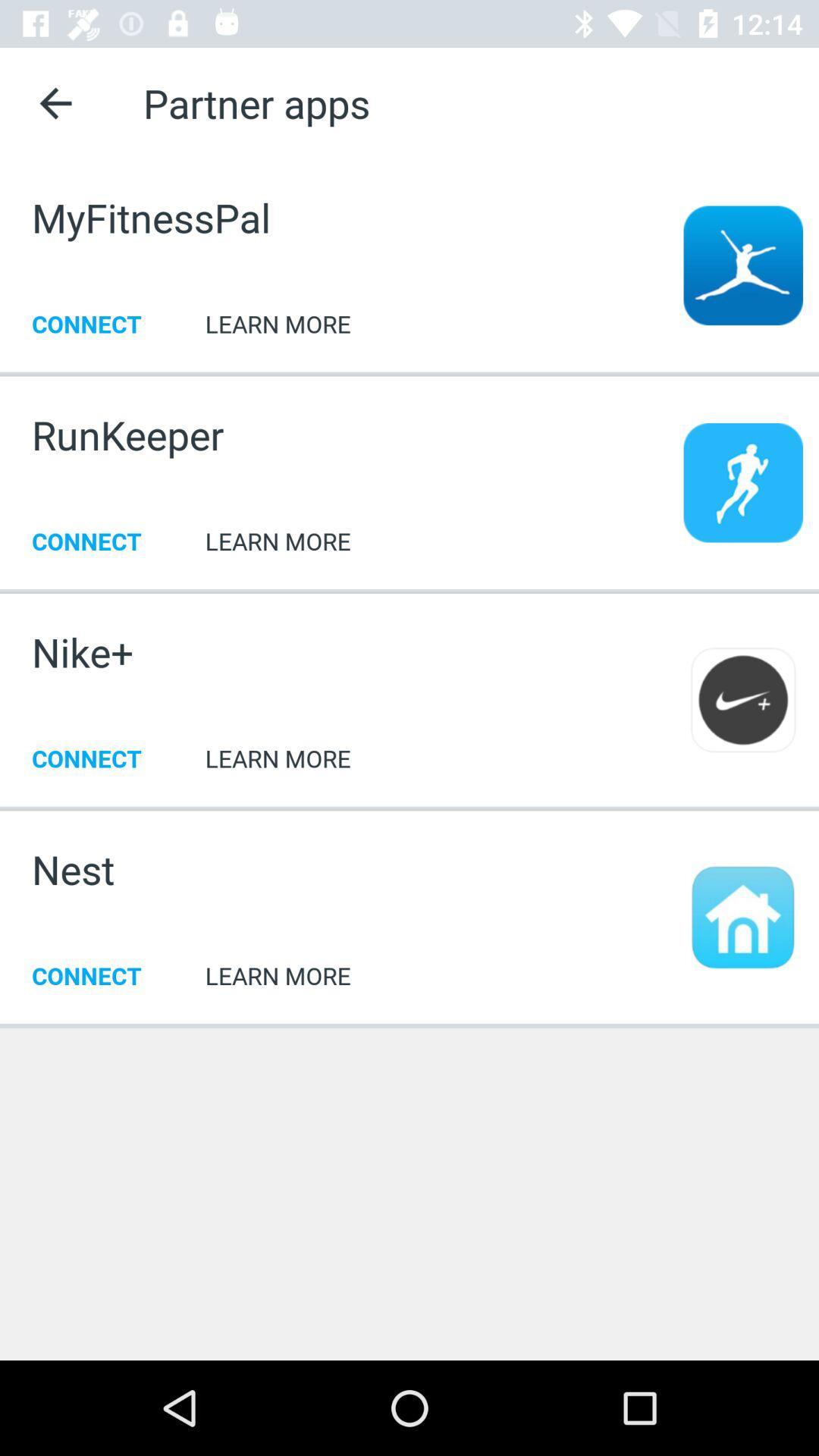  I want to click on icon to the left of the learn more icon, so click(73, 869).